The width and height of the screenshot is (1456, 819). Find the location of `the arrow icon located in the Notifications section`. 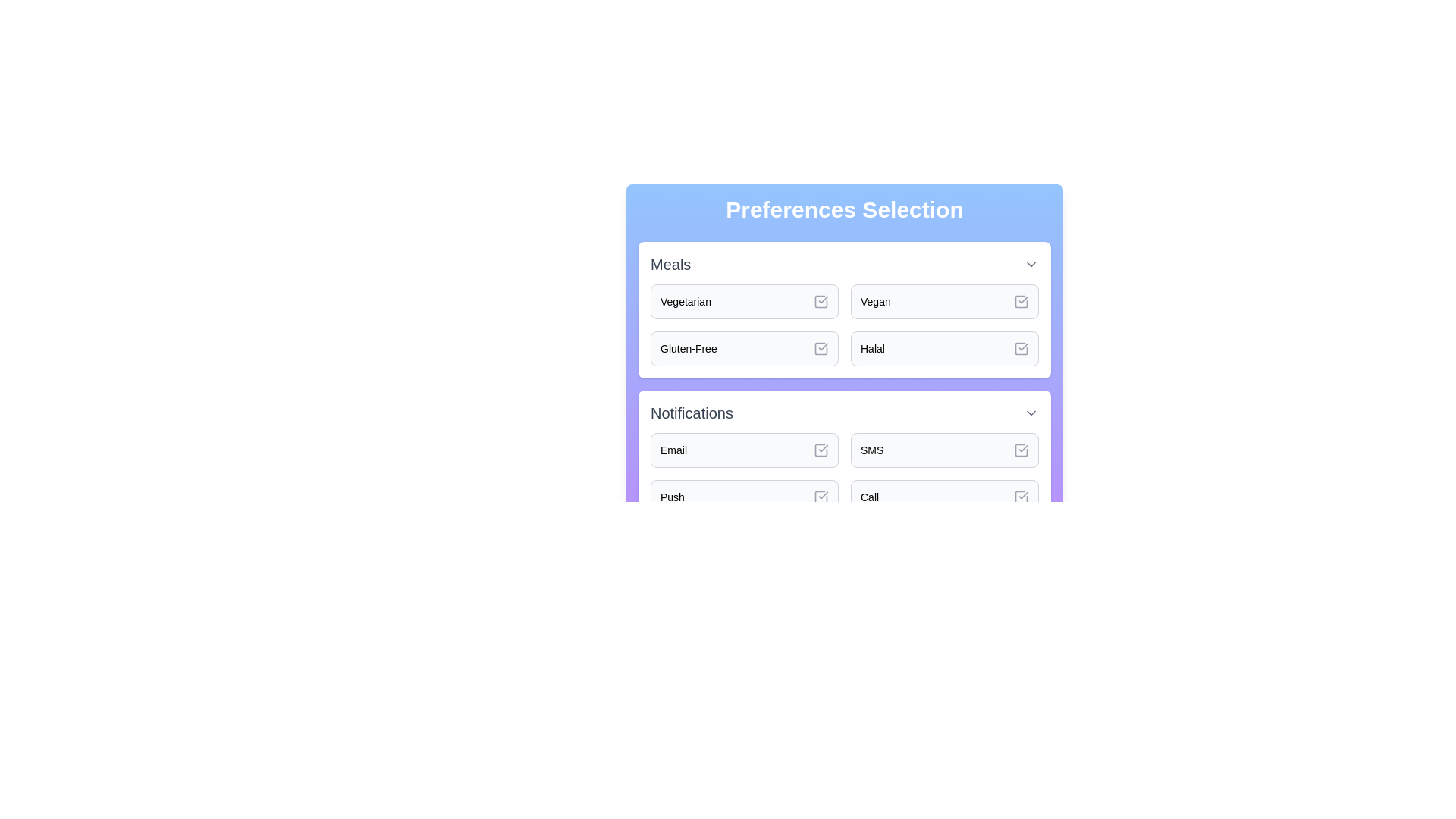

the arrow icon located in the Notifications section is located at coordinates (1031, 413).